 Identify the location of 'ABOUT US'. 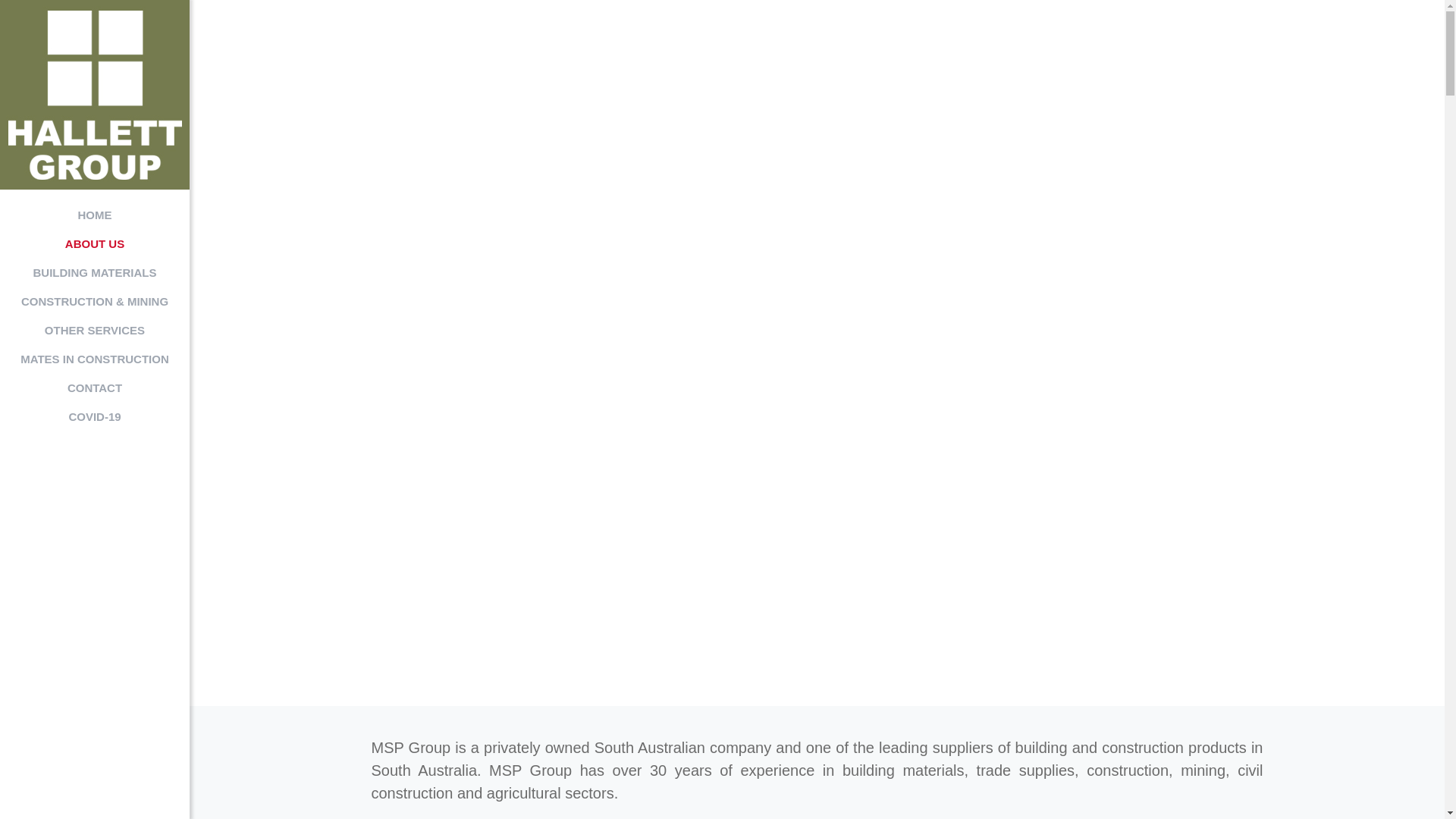
(93, 243).